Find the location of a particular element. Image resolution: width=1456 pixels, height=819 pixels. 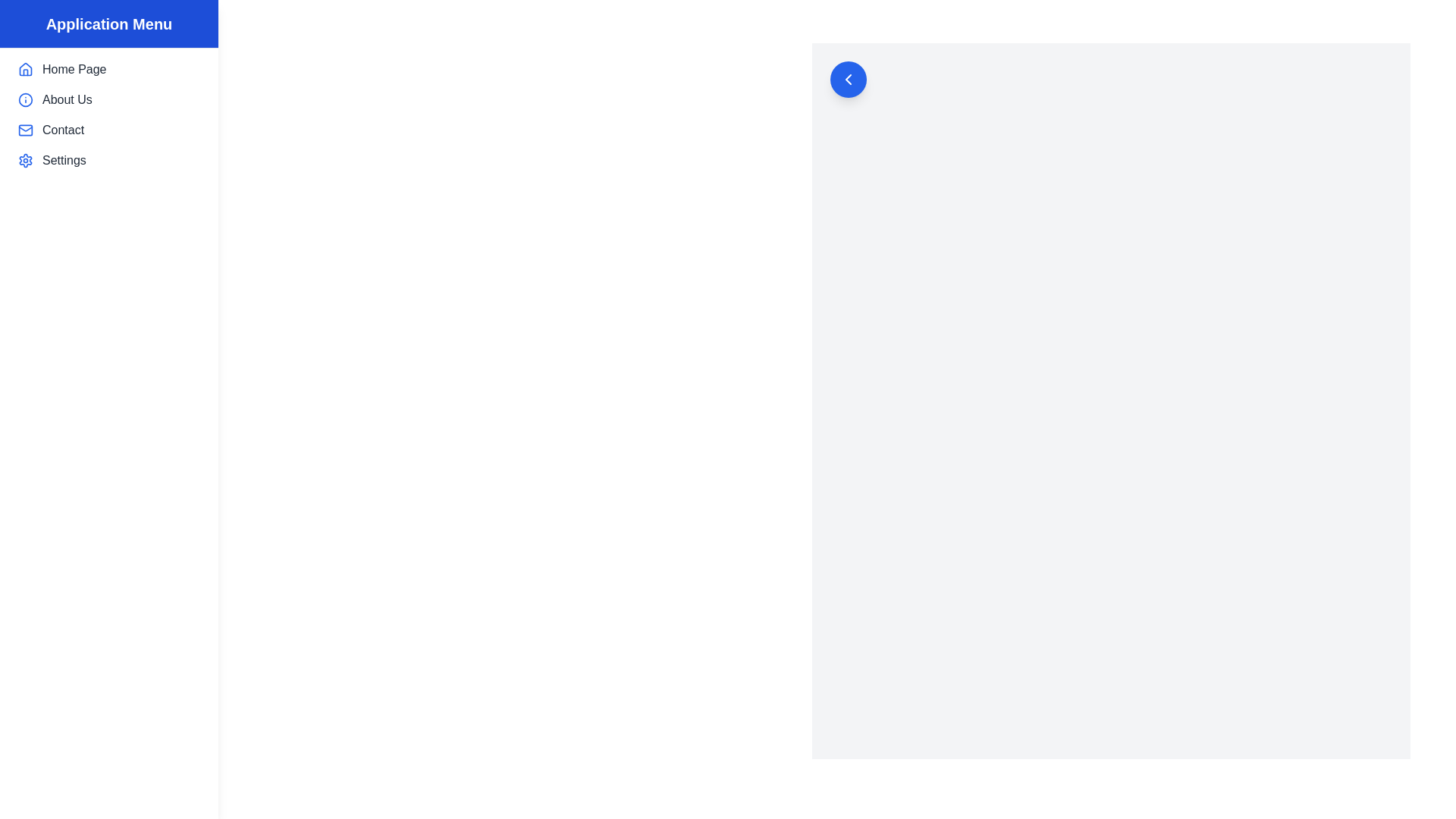

the house-shaped blue icon in the Application Menu is located at coordinates (25, 70).